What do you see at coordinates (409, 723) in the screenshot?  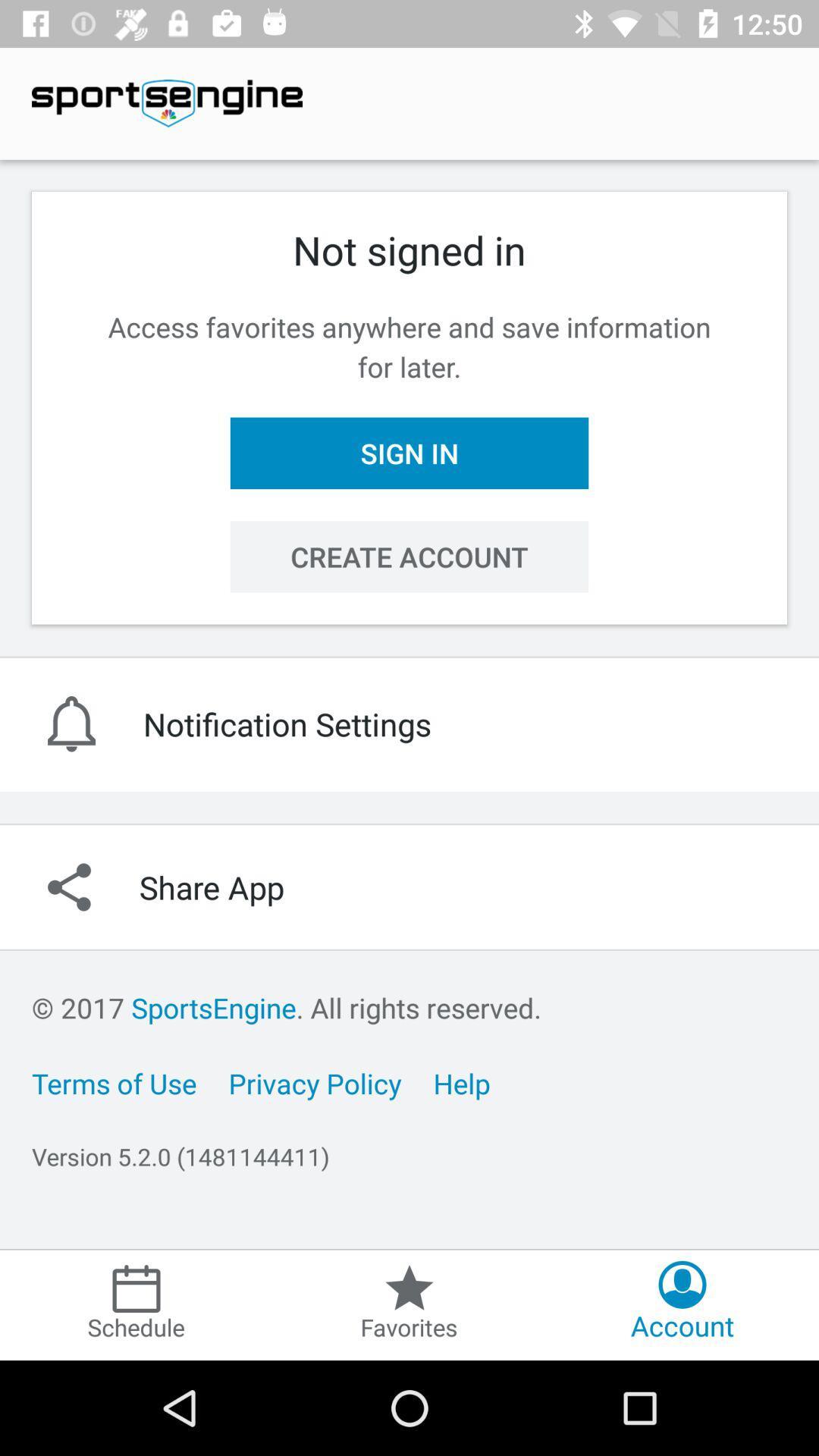 I see `the notification settings` at bounding box center [409, 723].